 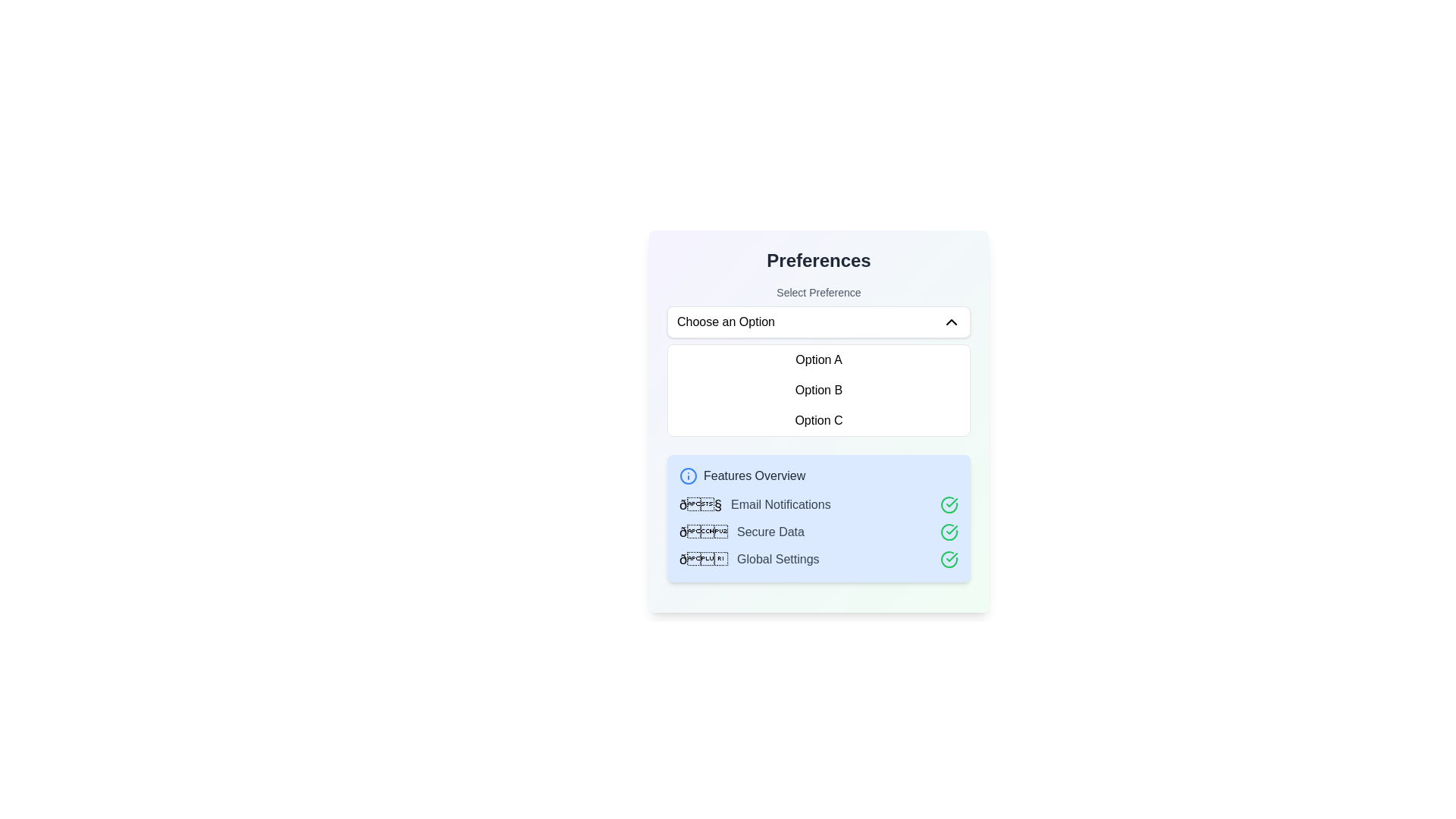 What do you see at coordinates (950, 321) in the screenshot?
I see `the upward chevron icon located at the right end of the 'Choose an Option' section under the 'Preferences' title` at bounding box center [950, 321].